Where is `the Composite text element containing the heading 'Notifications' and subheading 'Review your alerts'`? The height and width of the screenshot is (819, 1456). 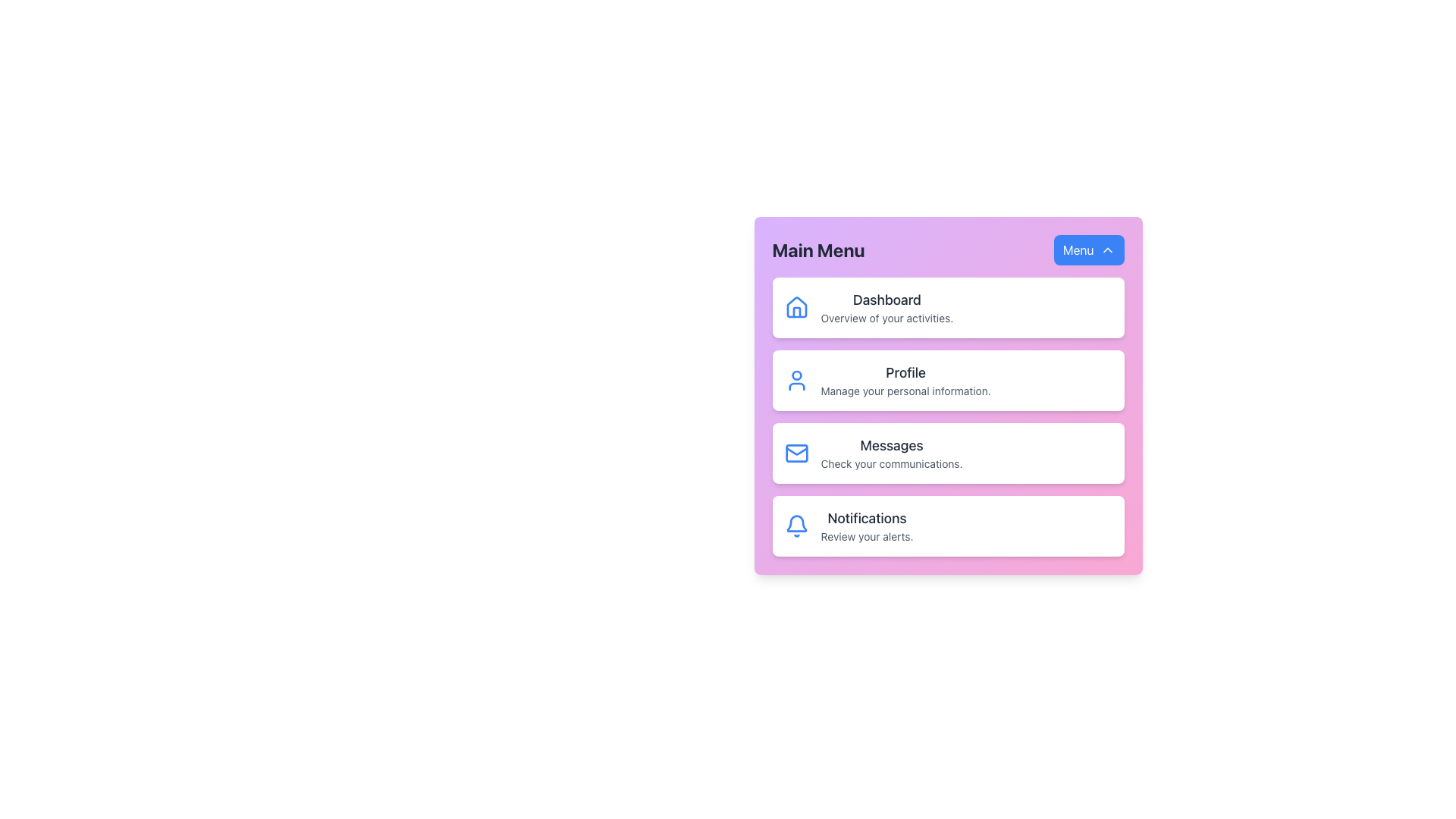
the Composite text element containing the heading 'Notifications' and subheading 'Review your alerts' is located at coordinates (867, 526).